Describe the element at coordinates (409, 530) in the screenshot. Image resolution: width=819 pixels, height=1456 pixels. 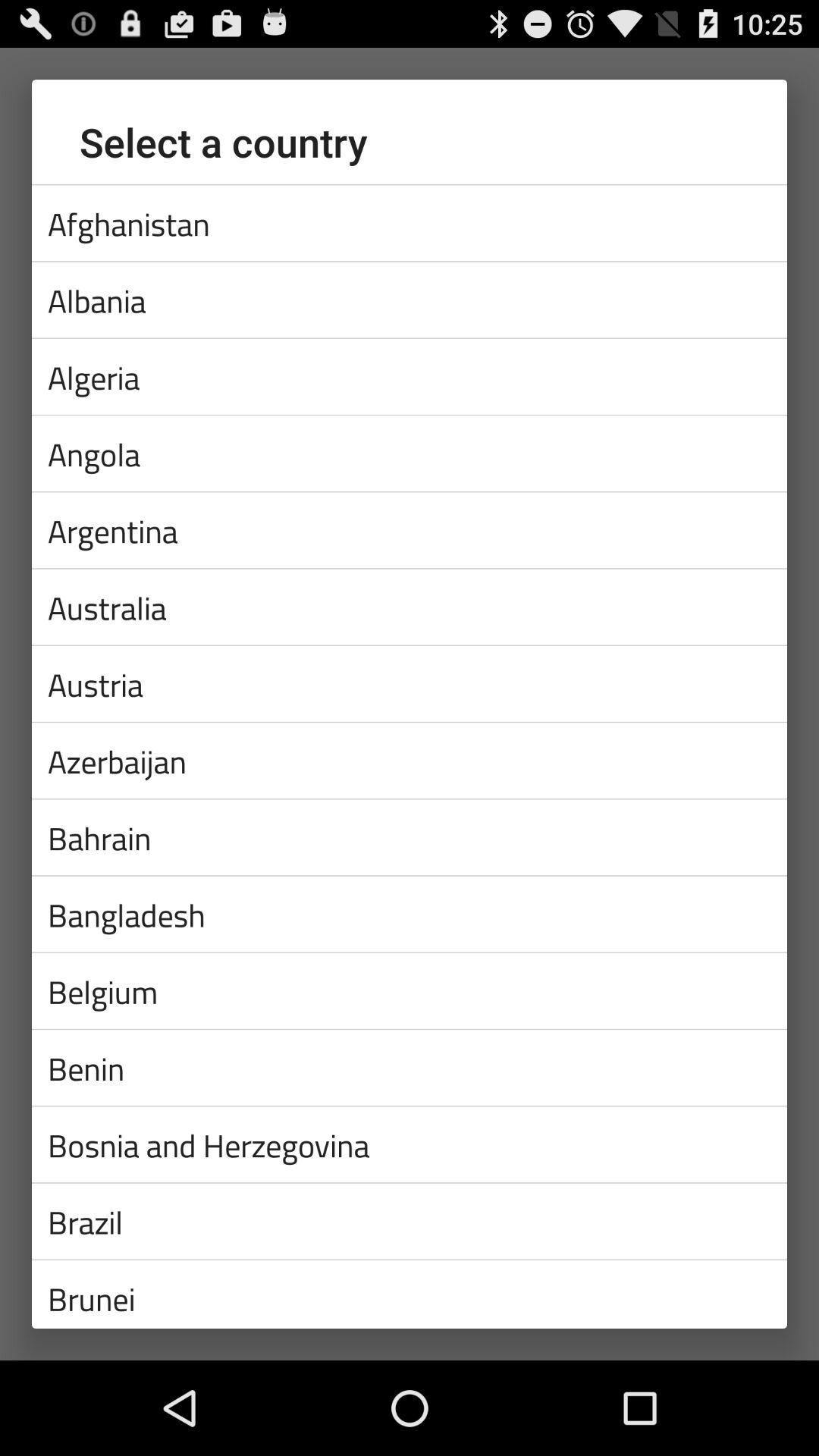
I see `the argentina` at that location.